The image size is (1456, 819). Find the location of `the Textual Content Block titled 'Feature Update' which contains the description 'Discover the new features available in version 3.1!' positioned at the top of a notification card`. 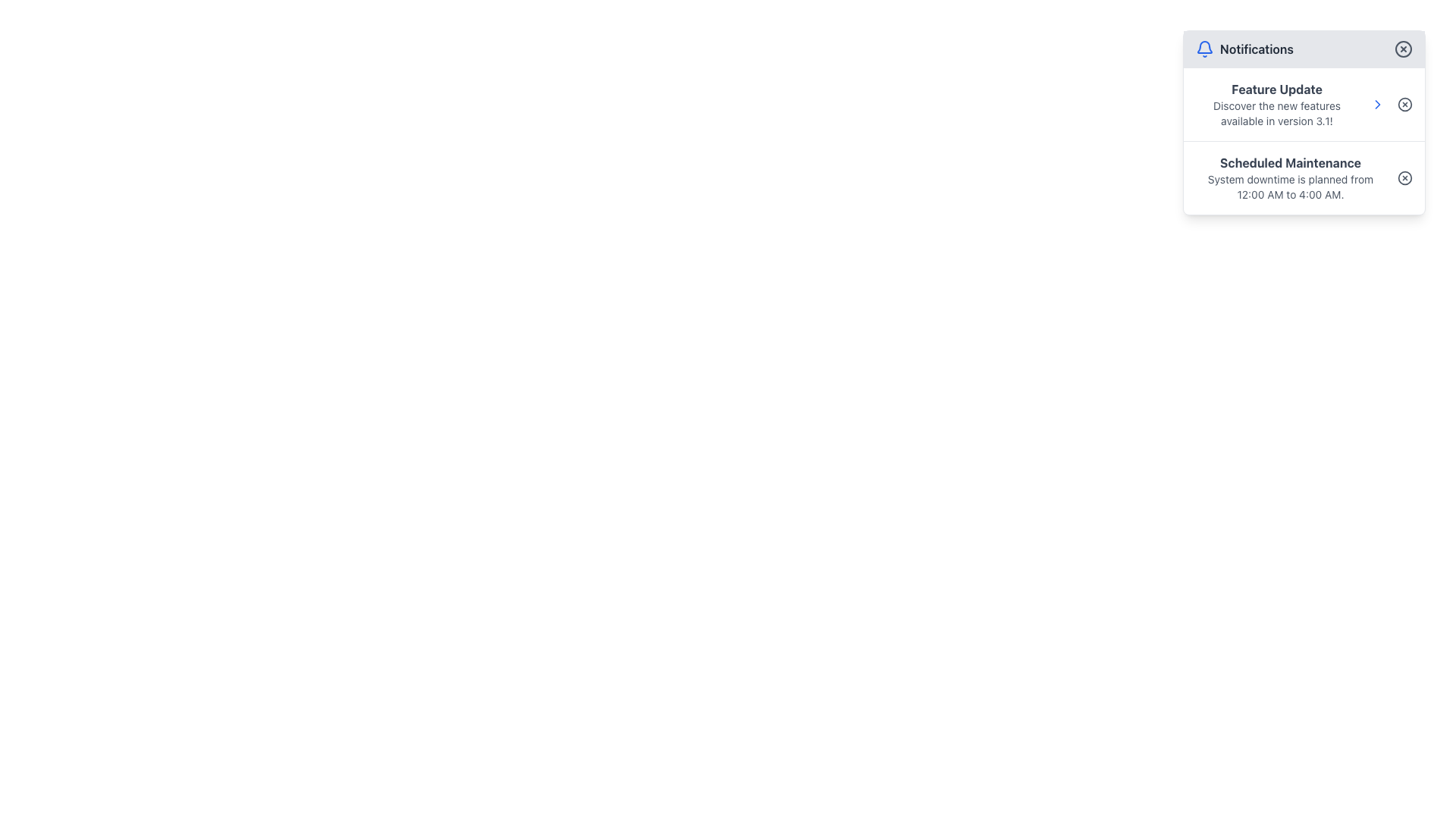

the Textual Content Block titled 'Feature Update' which contains the description 'Discover the new features available in version 3.1!' positioned at the top of a notification card is located at coordinates (1276, 104).